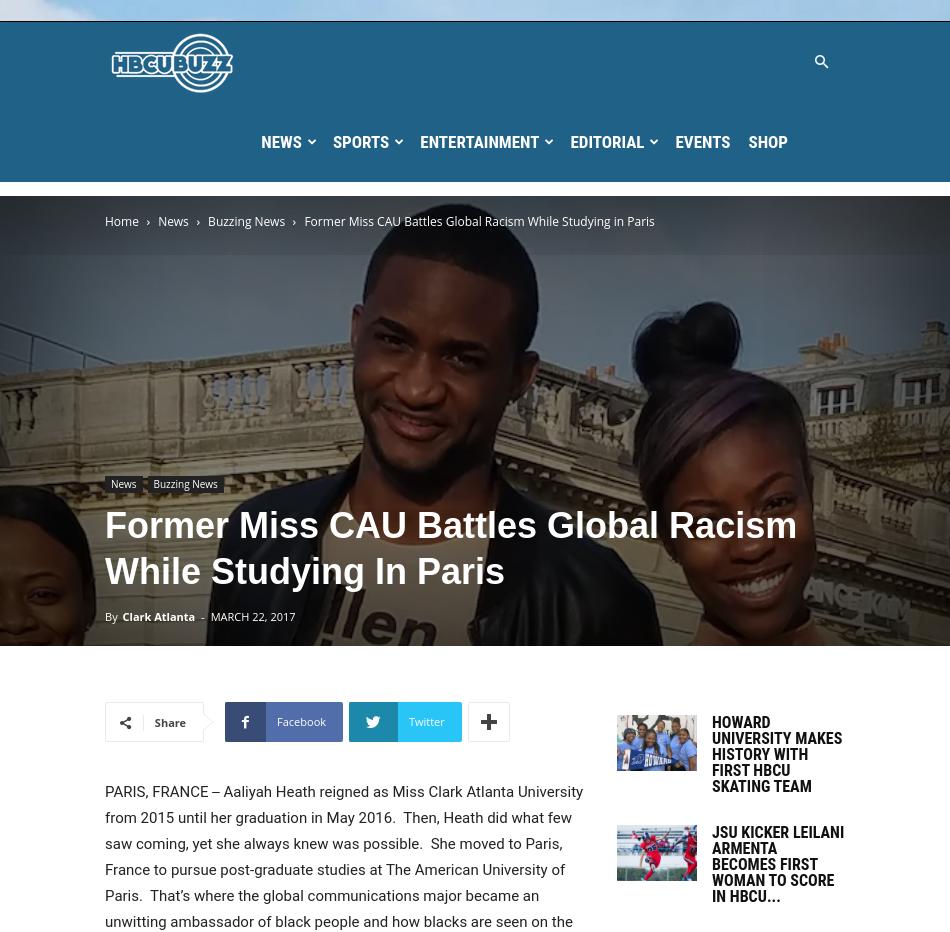  Describe the element at coordinates (776, 863) in the screenshot. I see `'JSU Kicker Leilani Armenta Becomes First Woman to Score in HBCU...'` at that location.